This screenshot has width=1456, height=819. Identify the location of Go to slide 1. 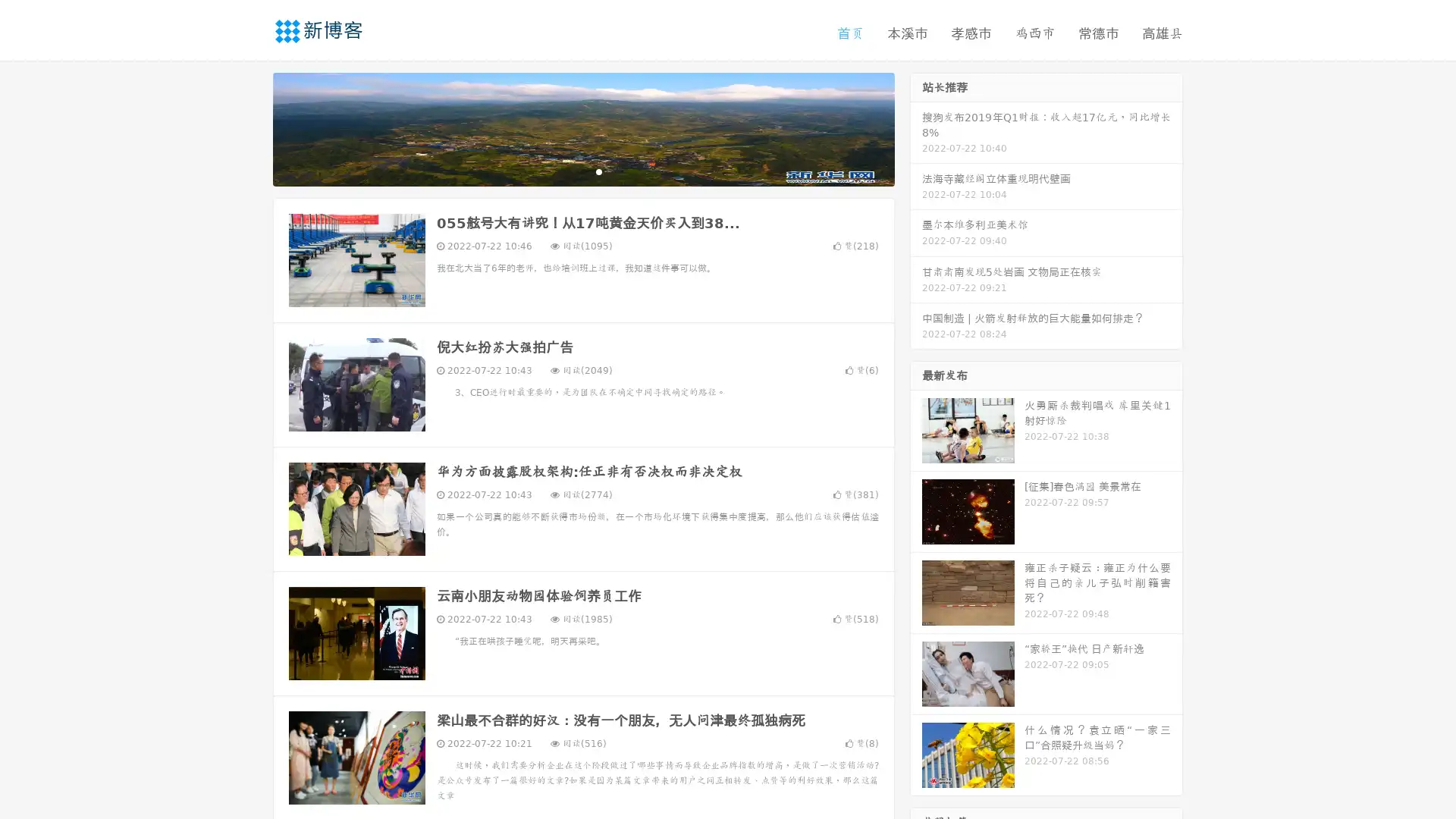
(567, 171).